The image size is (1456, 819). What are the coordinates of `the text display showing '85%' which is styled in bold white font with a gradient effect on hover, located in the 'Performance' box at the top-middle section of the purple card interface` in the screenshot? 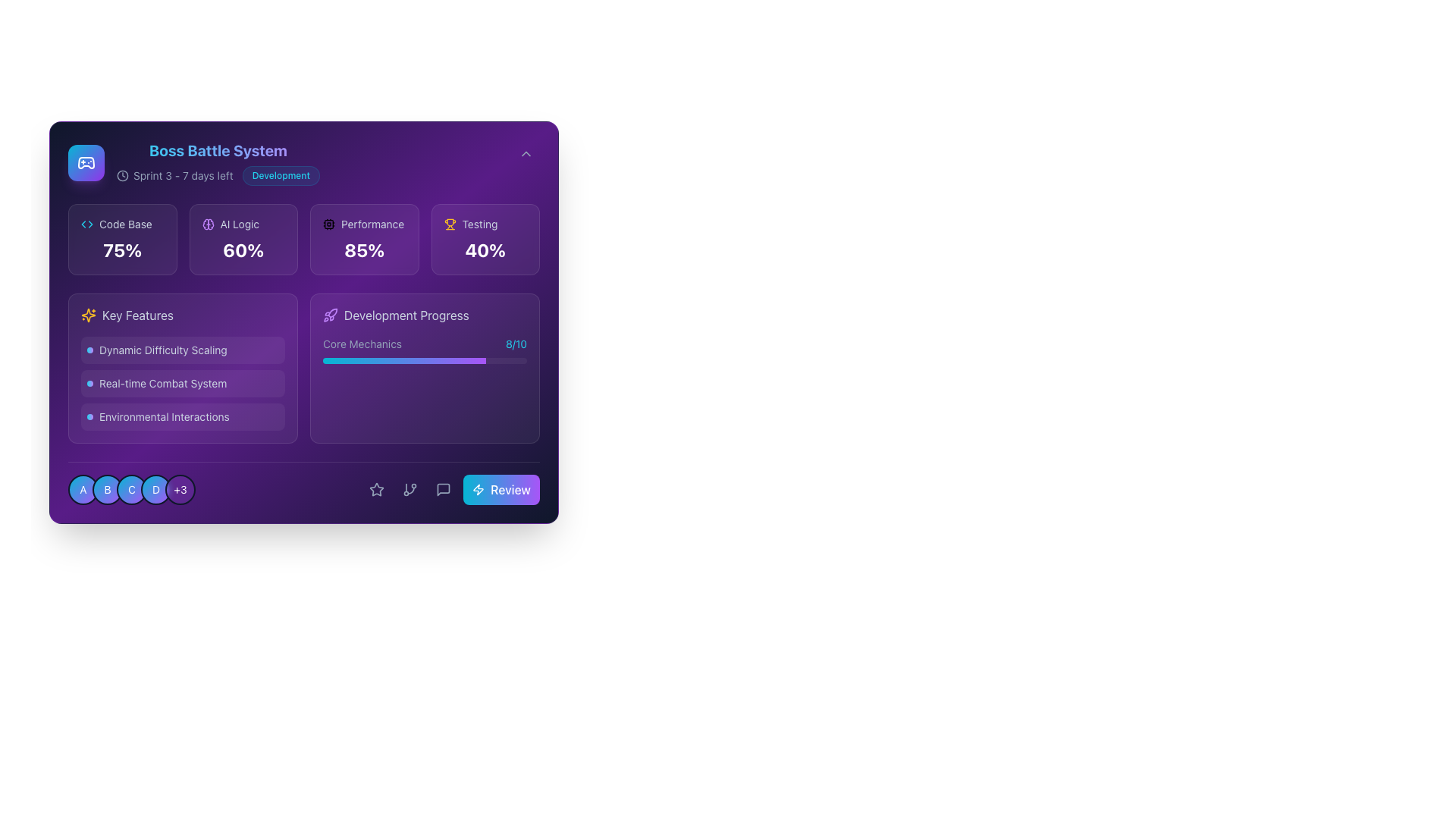 It's located at (364, 249).